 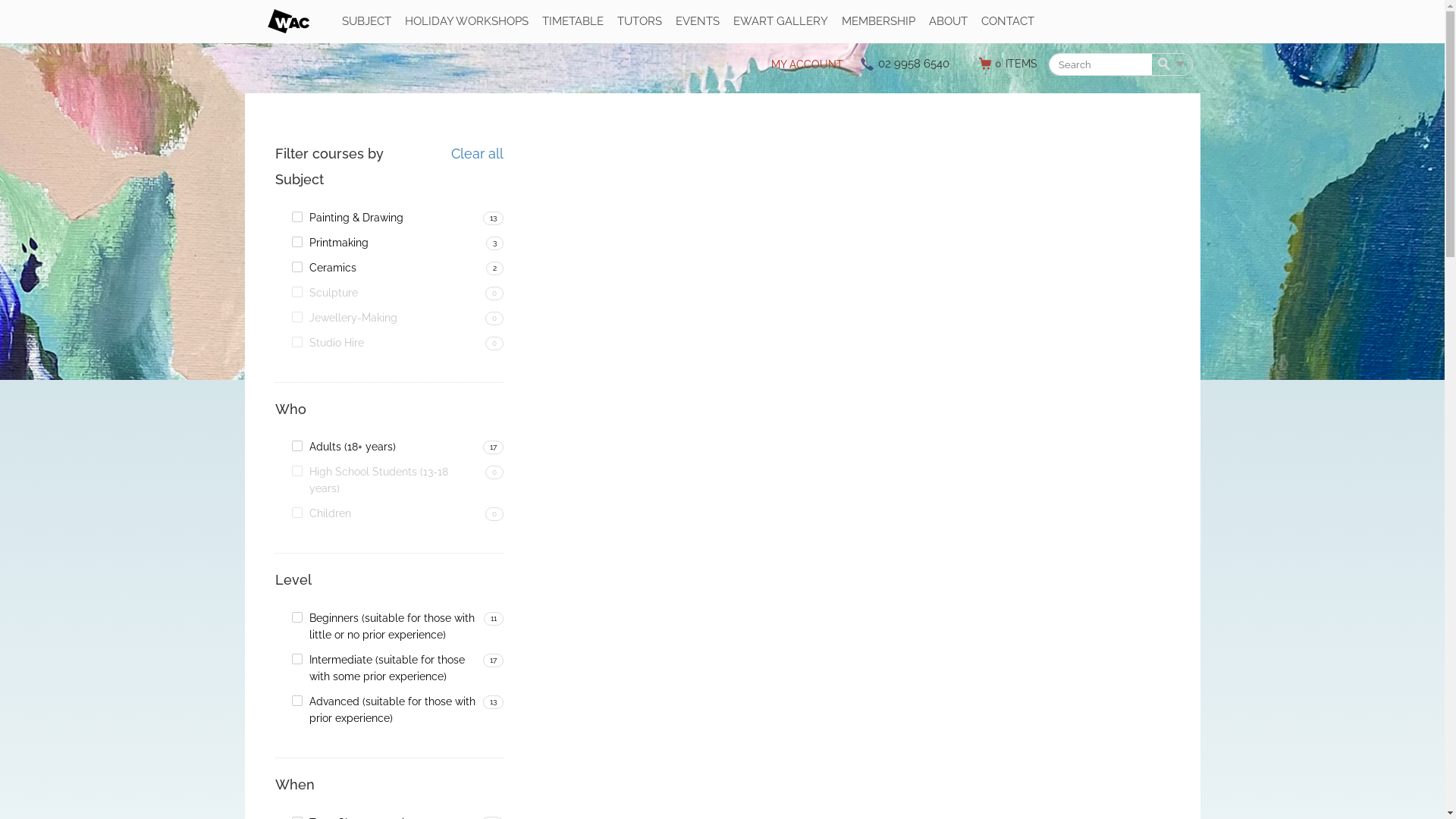 What do you see at coordinates (1163, 63) in the screenshot?
I see `'Search'` at bounding box center [1163, 63].